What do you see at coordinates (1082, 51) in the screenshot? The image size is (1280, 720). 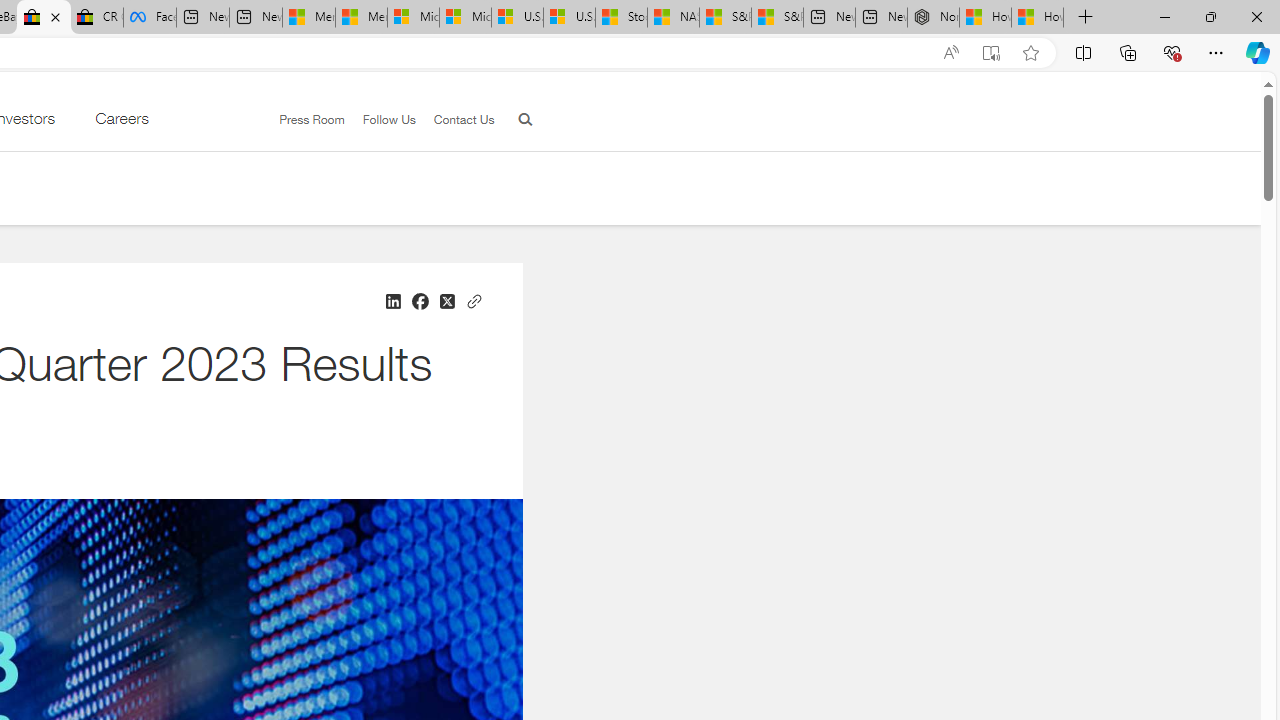 I see `'Split screen'` at bounding box center [1082, 51].